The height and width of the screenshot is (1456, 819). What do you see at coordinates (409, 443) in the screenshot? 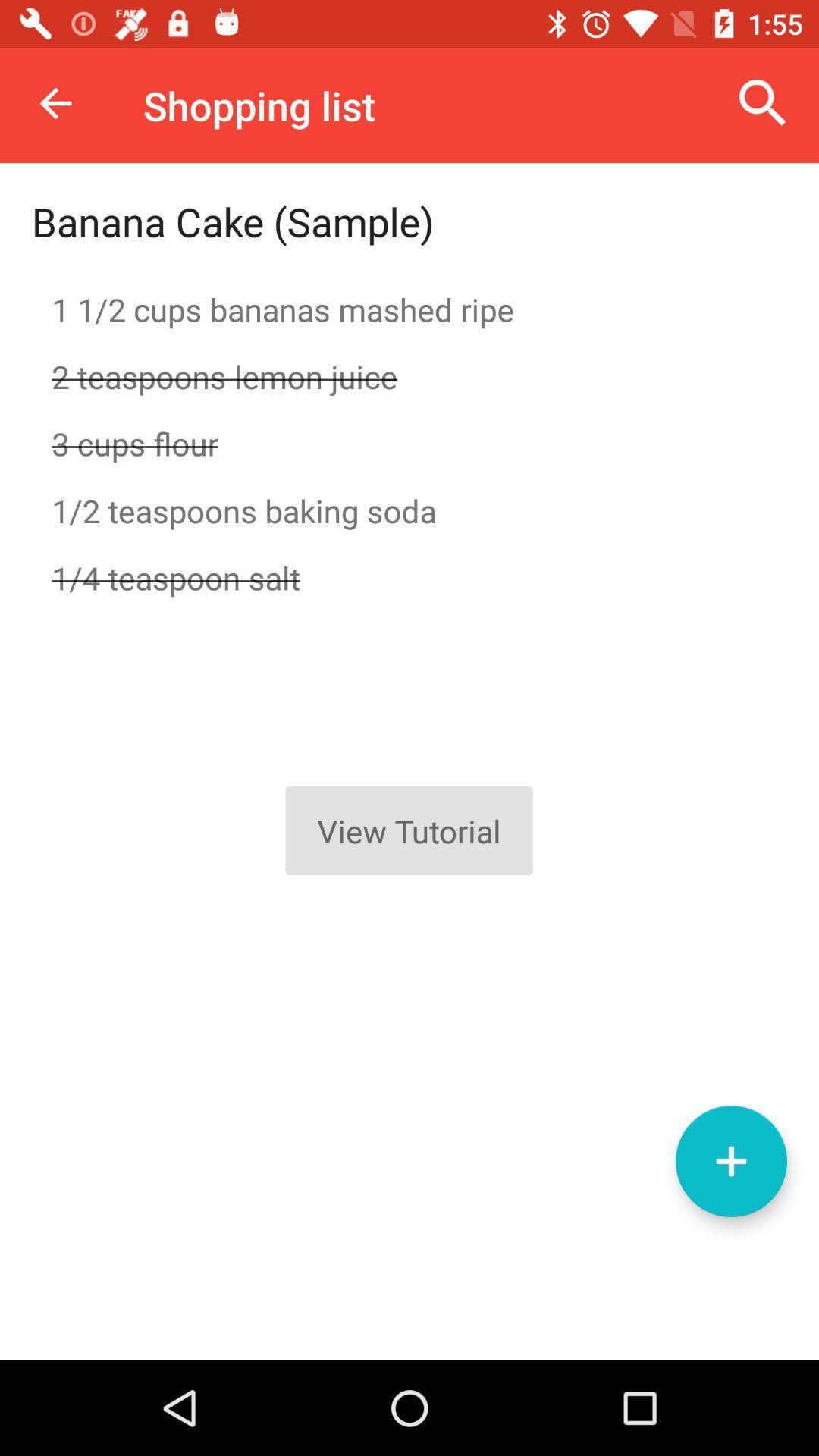
I see `3 cups flour icon` at bounding box center [409, 443].